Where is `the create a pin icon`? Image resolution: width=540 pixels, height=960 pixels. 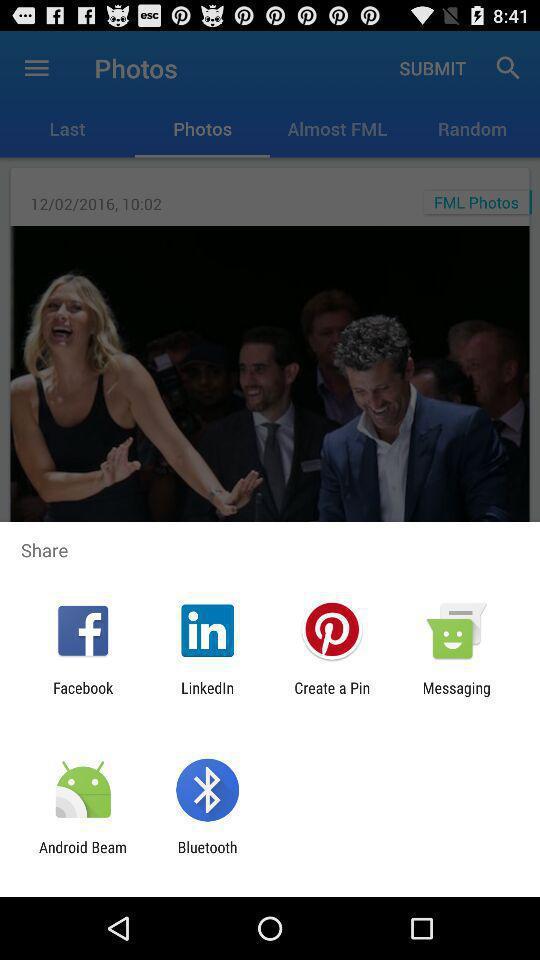
the create a pin icon is located at coordinates (332, 696).